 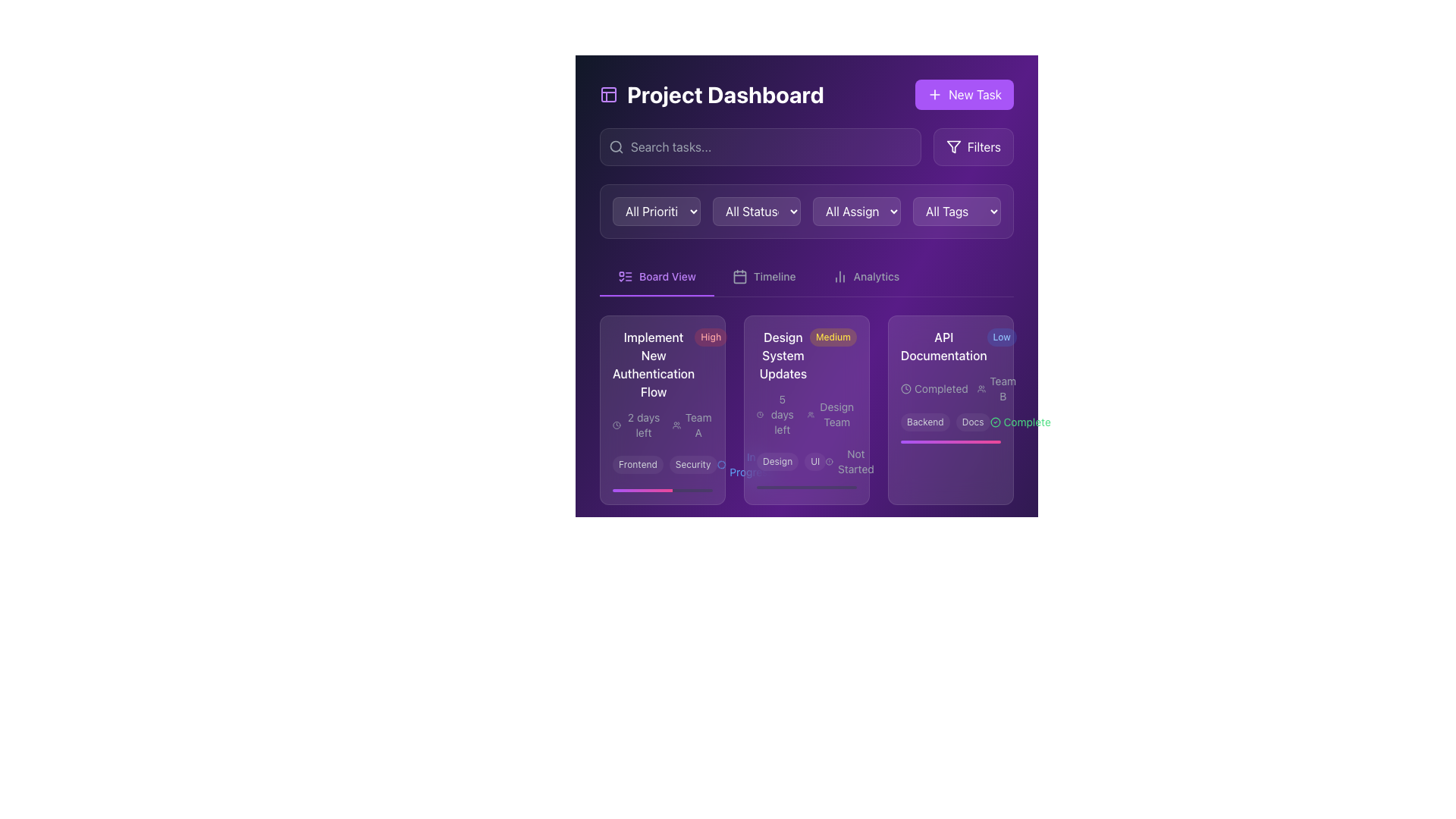 What do you see at coordinates (949, 388) in the screenshot?
I see `the label element that displays 'Completed' followed by a user group icon and the text 'Team B', located in the second row of the 'API Documentation' card` at bounding box center [949, 388].